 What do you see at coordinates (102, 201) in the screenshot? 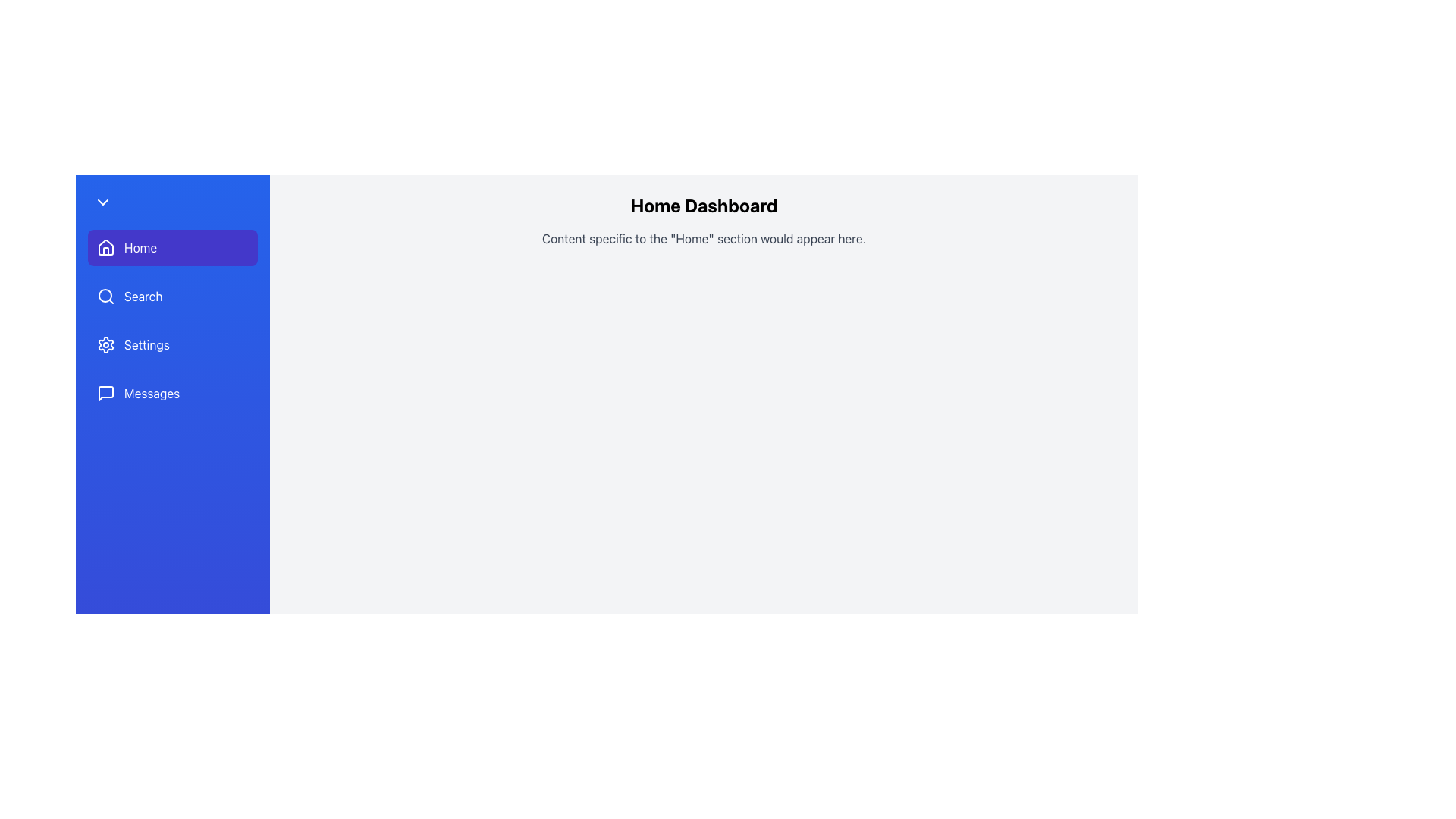
I see `the downward-pointing chevron icon located at the top-left corner of the sidebar navigation menu, which is displayed in white against a blue background` at bounding box center [102, 201].